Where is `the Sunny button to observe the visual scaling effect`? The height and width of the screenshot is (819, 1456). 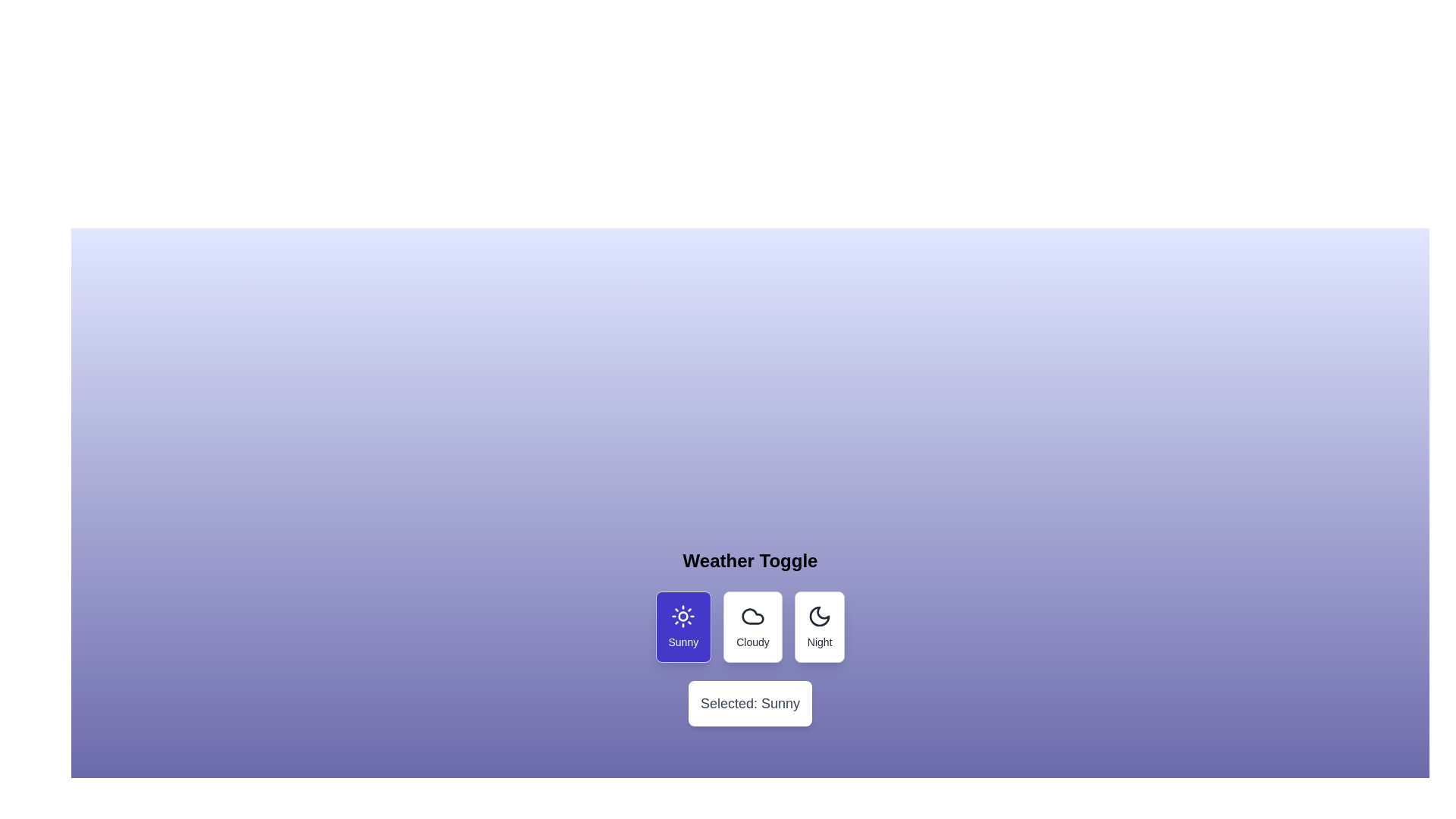 the Sunny button to observe the visual scaling effect is located at coordinates (682, 626).